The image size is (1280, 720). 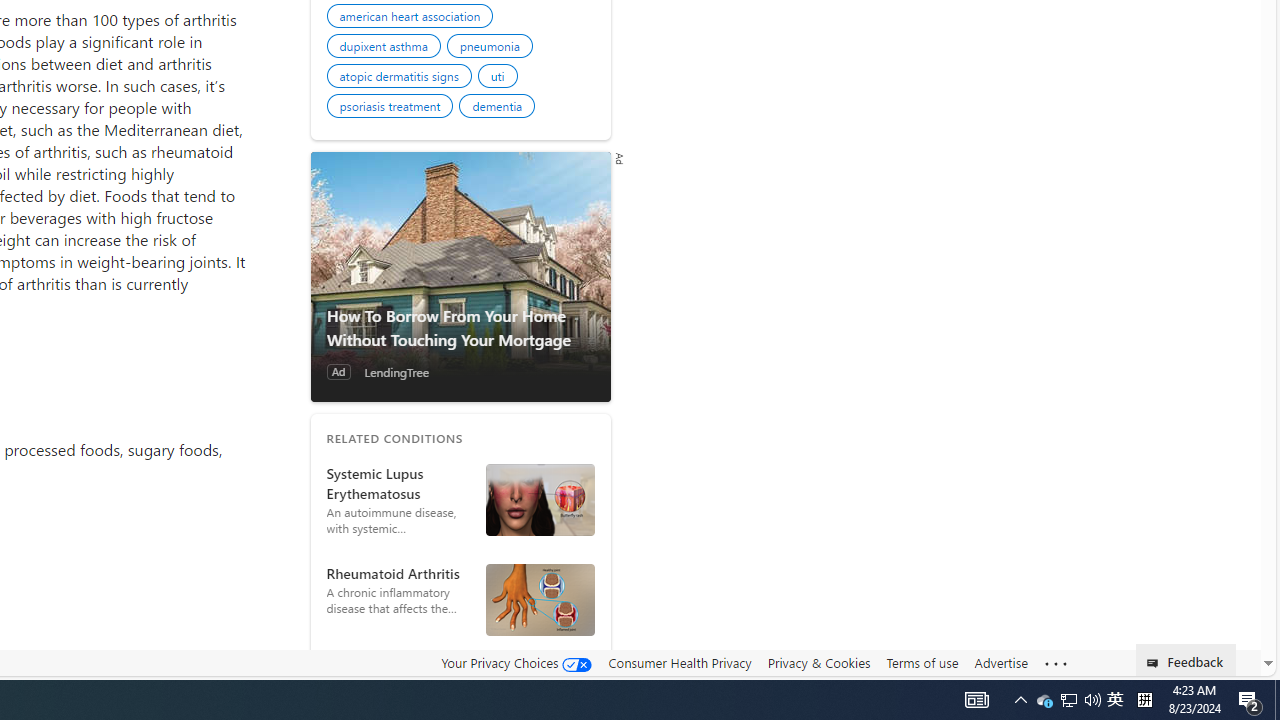 I want to click on 'Consumer Health Privacy', so click(x=680, y=663).